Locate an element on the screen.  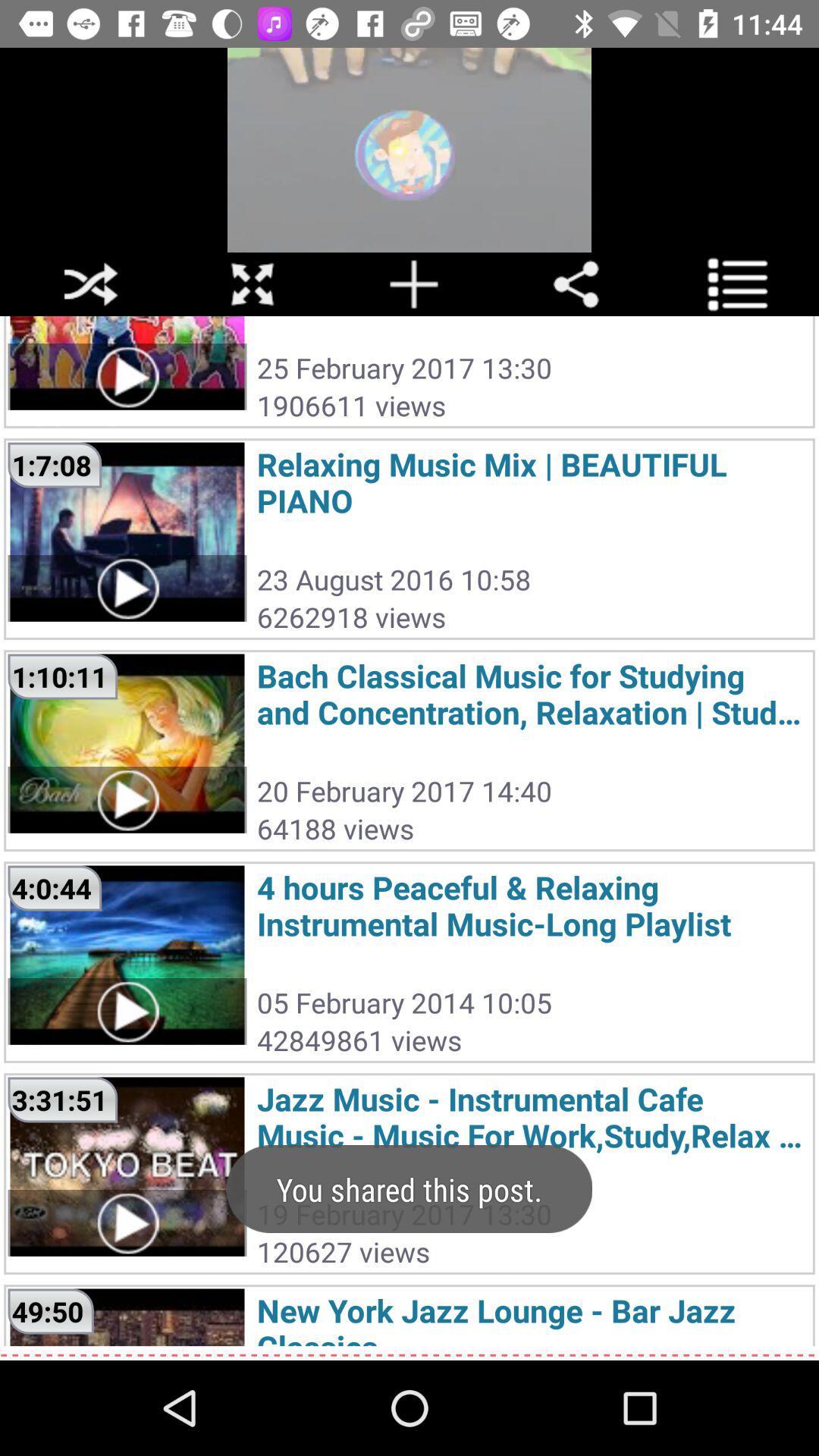
the close icon is located at coordinates (90, 284).